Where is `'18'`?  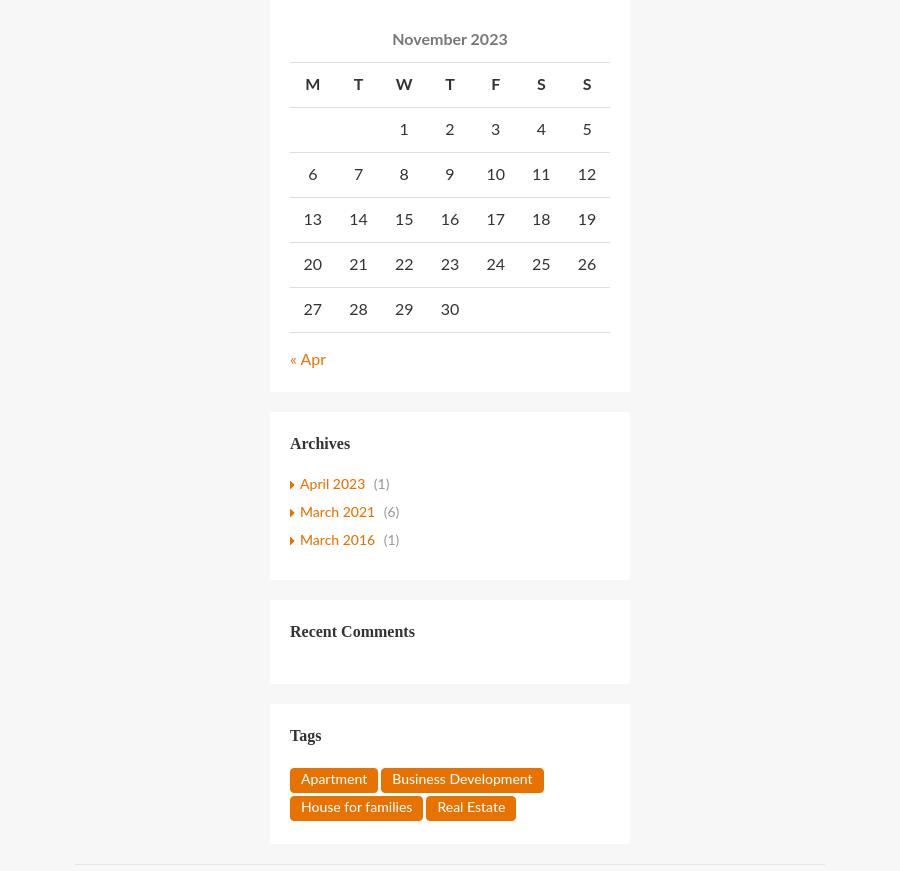
'18' is located at coordinates (539, 218).